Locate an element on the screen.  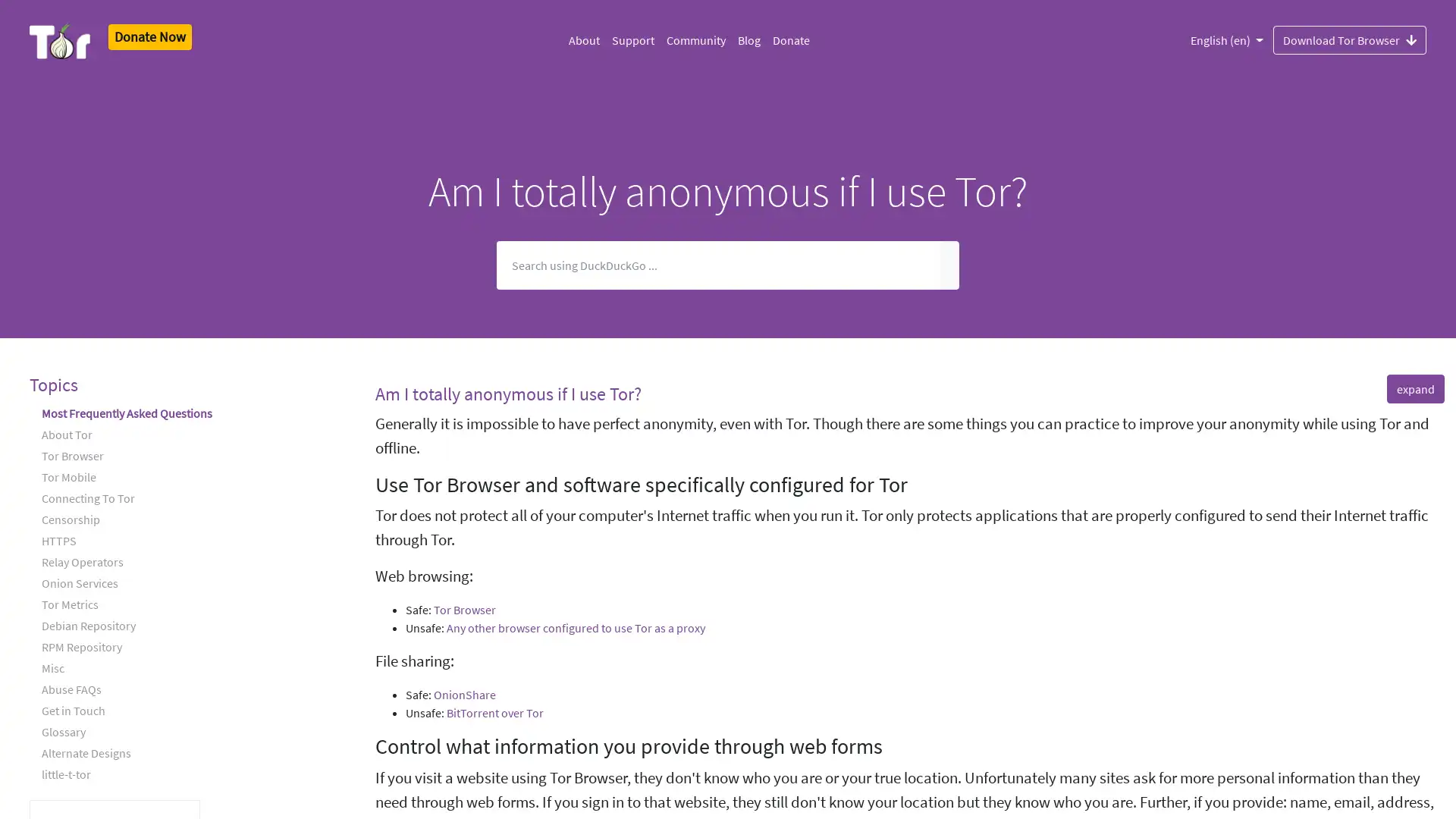
little-t-tor is located at coordinates (187, 773).